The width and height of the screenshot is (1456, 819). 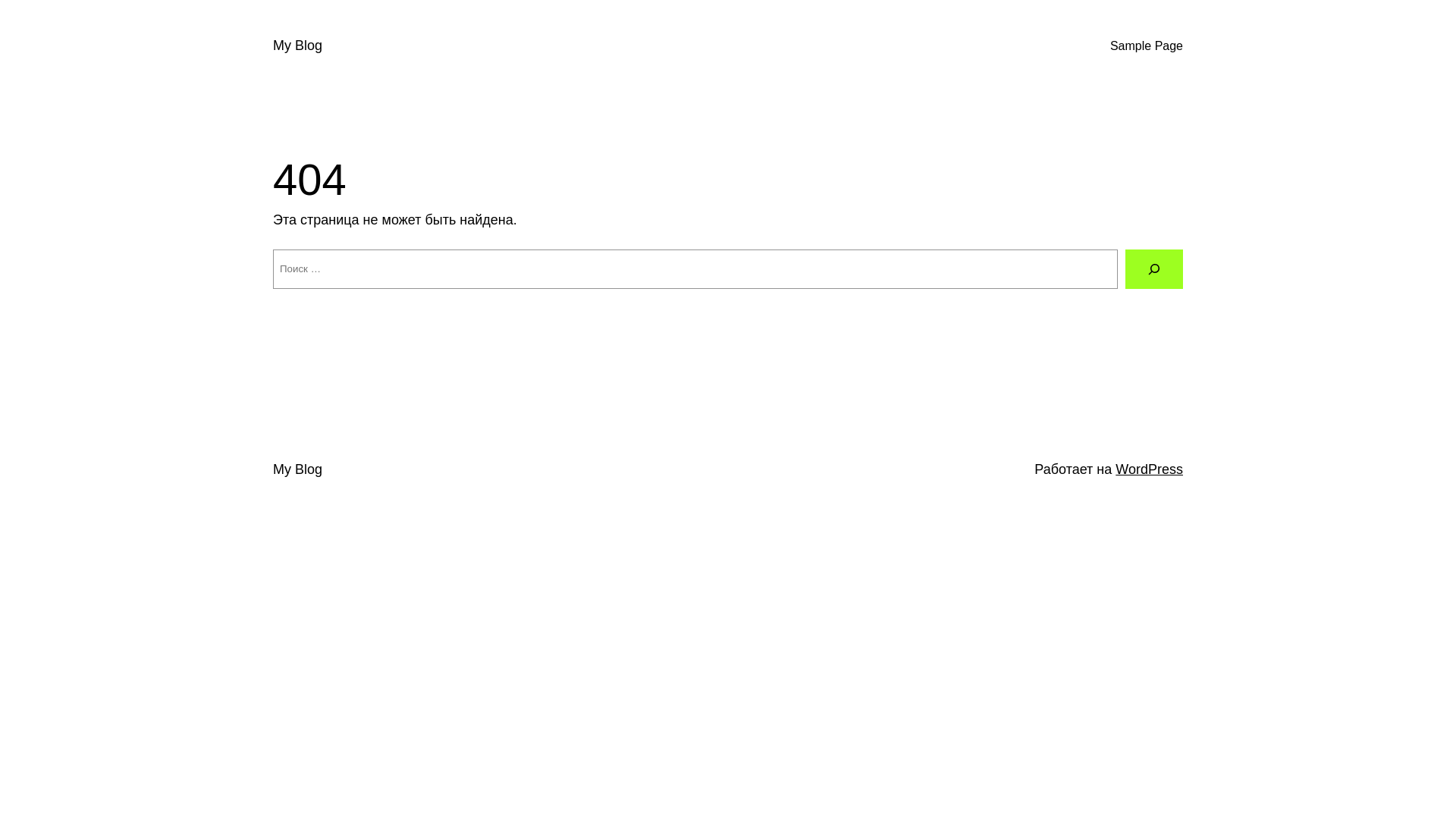 I want to click on 'WordPress', so click(x=1149, y=468).